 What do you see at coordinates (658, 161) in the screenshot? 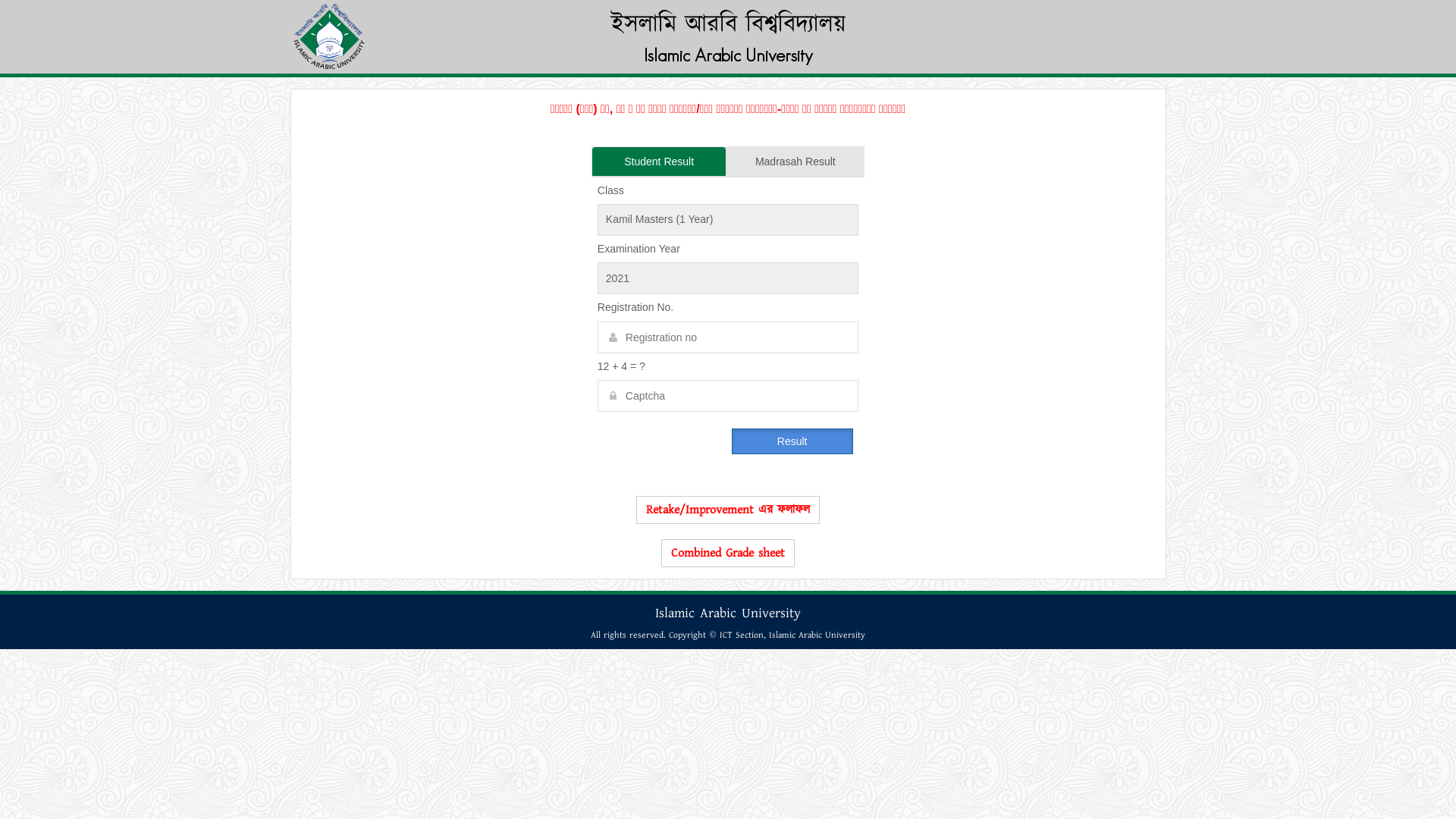
I see `'Student Result'` at bounding box center [658, 161].